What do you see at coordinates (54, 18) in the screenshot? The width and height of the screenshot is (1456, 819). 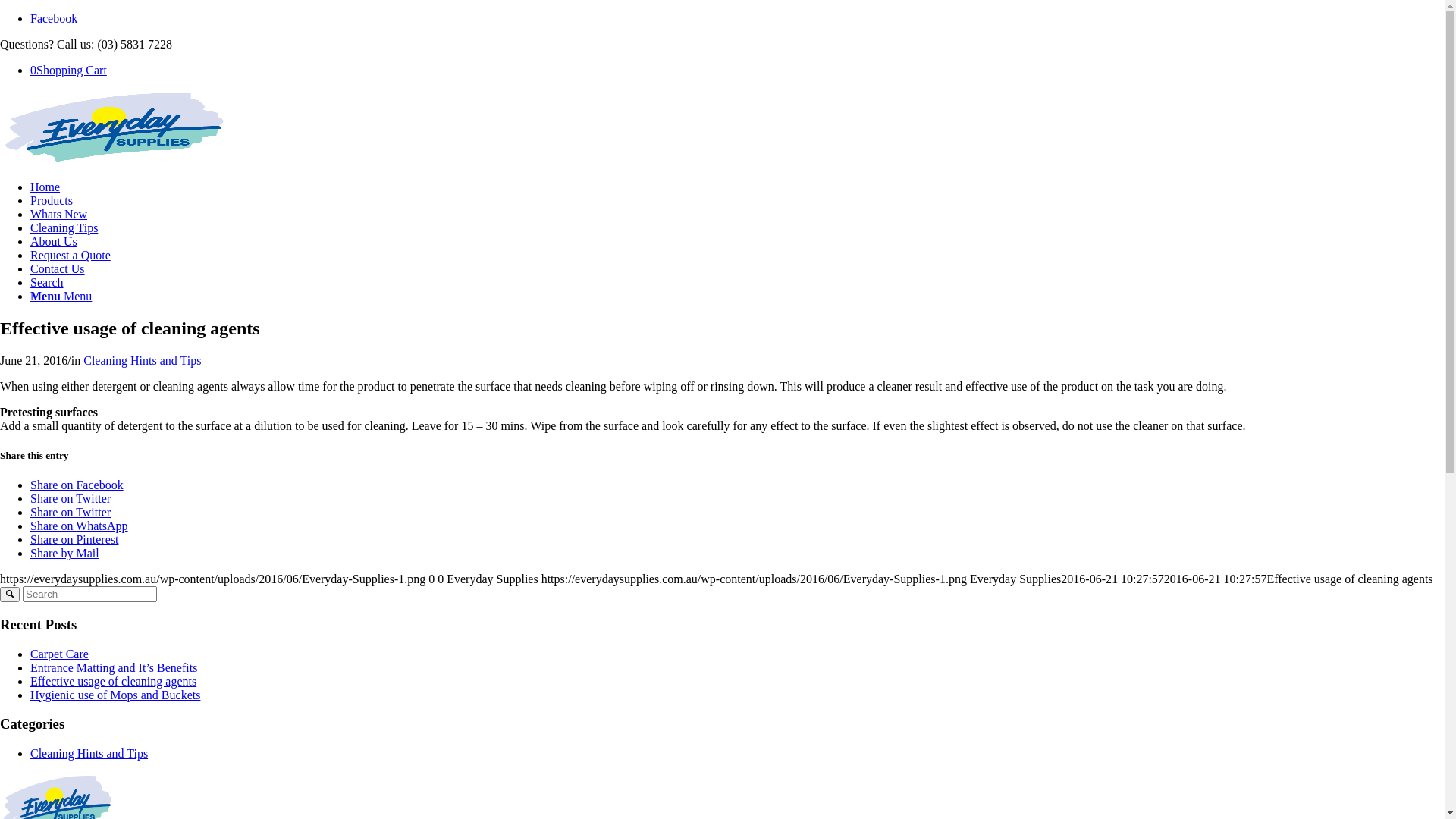 I see `'Facebook'` at bounding box center [54, 18].